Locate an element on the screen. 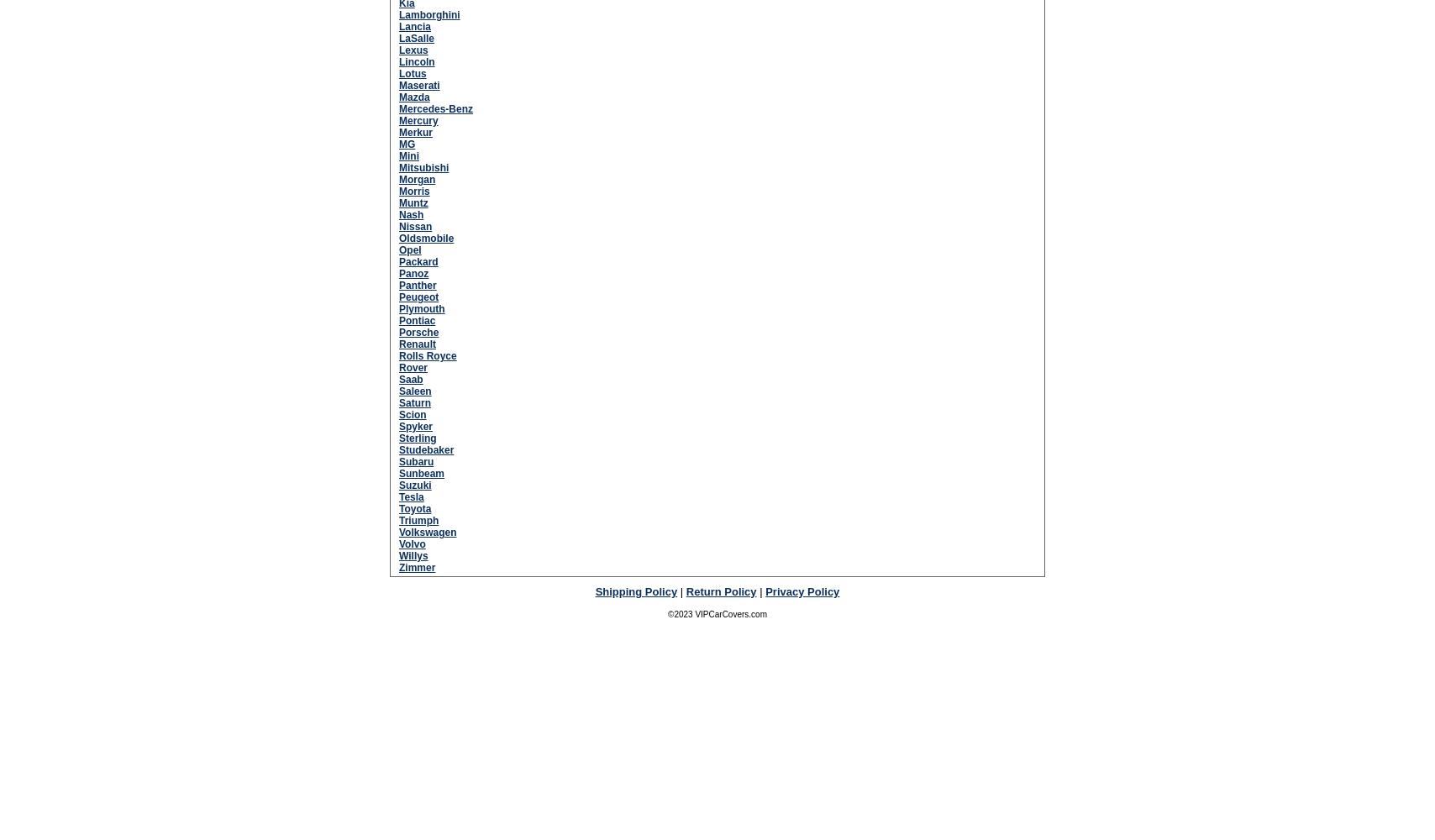 The image size is (1435, 840). 'Lincoln' is located at coordinates (417, 60).